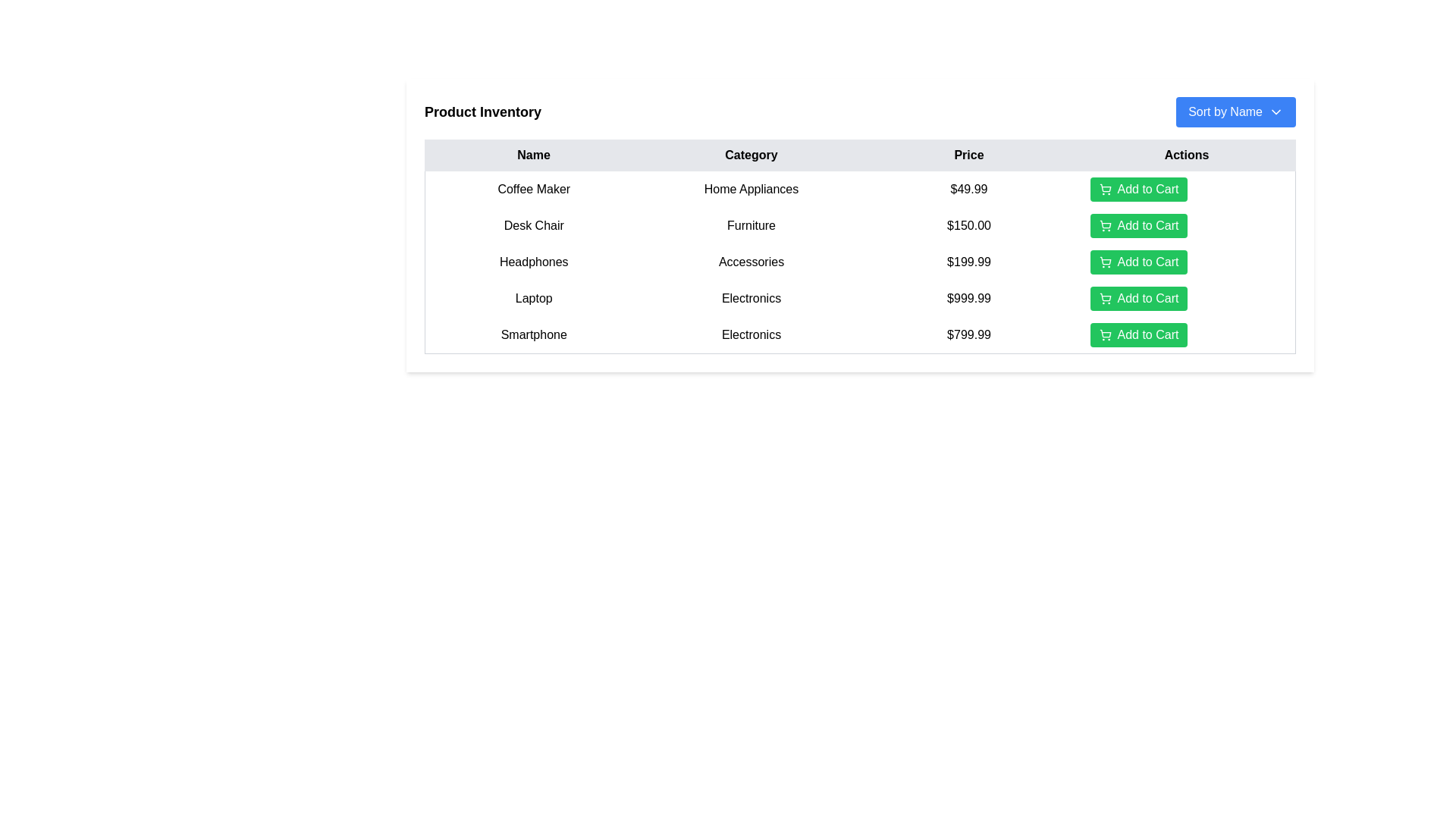 This screenshot has width=1456, height=819. I want to click on the 'Price' column header in the table, which is the third header located between 'Category' and 'Actions', so click(968, 155).